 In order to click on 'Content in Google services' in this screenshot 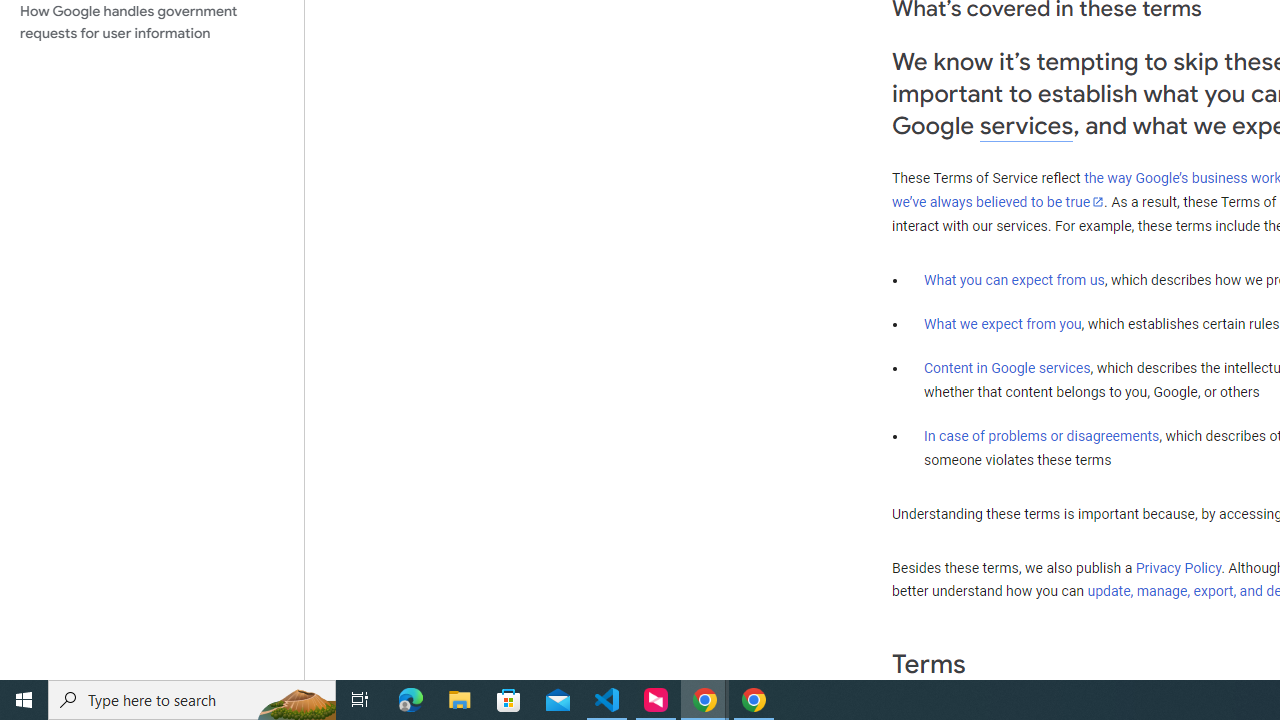, I will do `click(1007, 368)`.